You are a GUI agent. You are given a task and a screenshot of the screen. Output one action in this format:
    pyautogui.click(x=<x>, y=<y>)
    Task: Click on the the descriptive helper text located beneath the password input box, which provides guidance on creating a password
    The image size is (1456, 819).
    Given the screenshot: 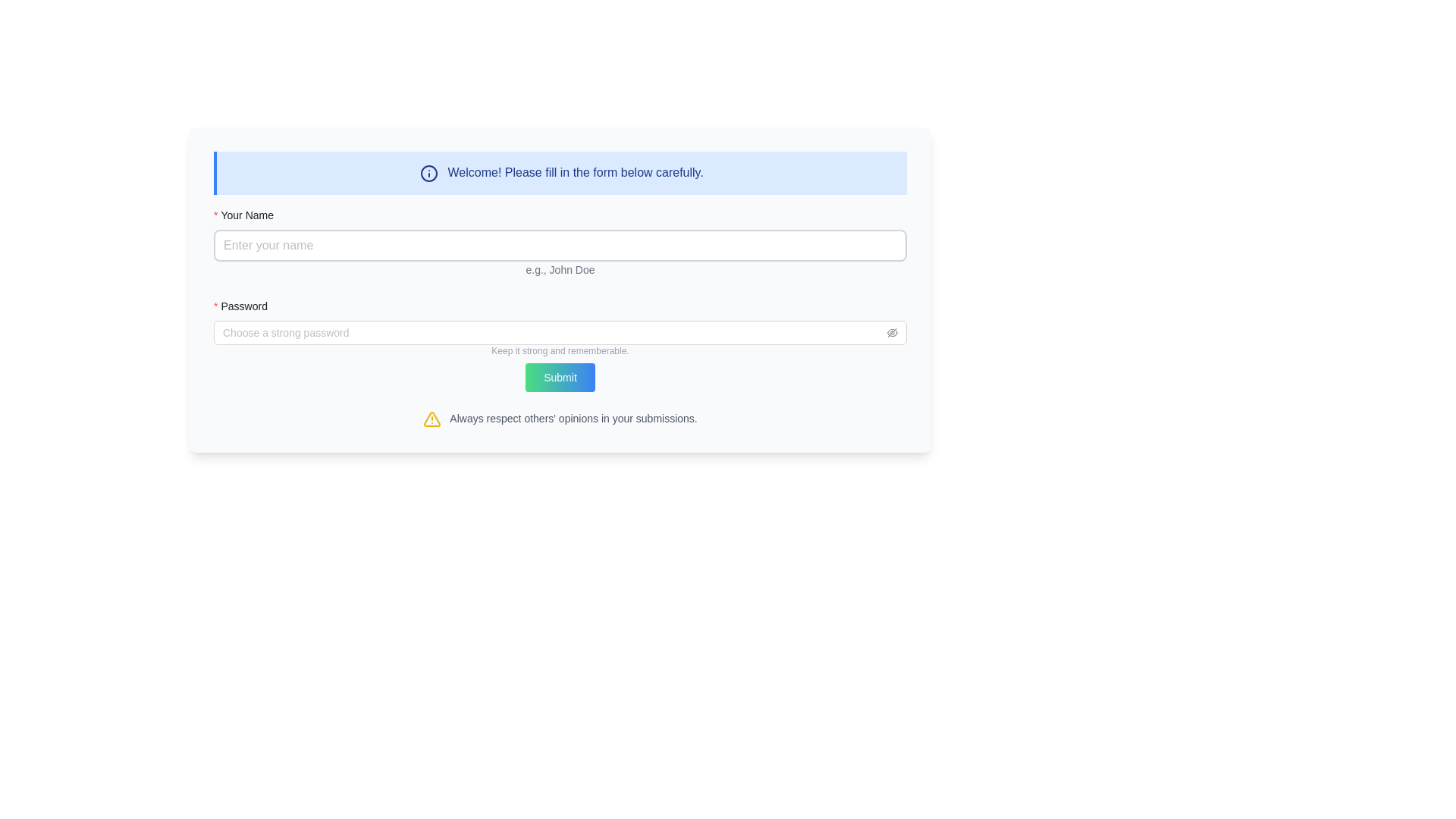 What is the action you would take?
    pyautogui.click(x=560, y=341)
    